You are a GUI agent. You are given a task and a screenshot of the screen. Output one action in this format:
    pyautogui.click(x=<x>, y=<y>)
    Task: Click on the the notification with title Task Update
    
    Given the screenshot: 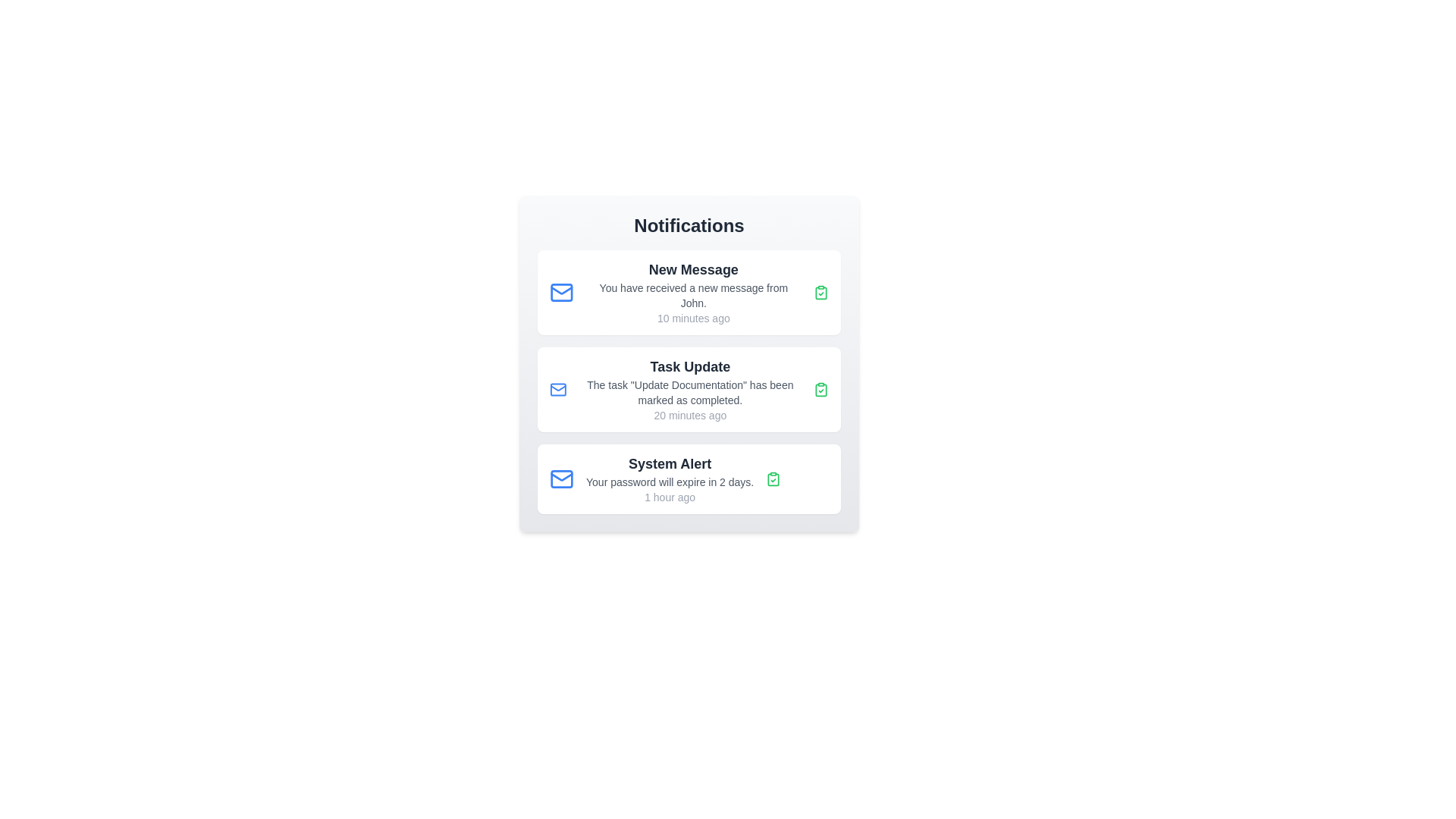 What is the action you would take?
    pyautogui.click(x=688, y=388)
    